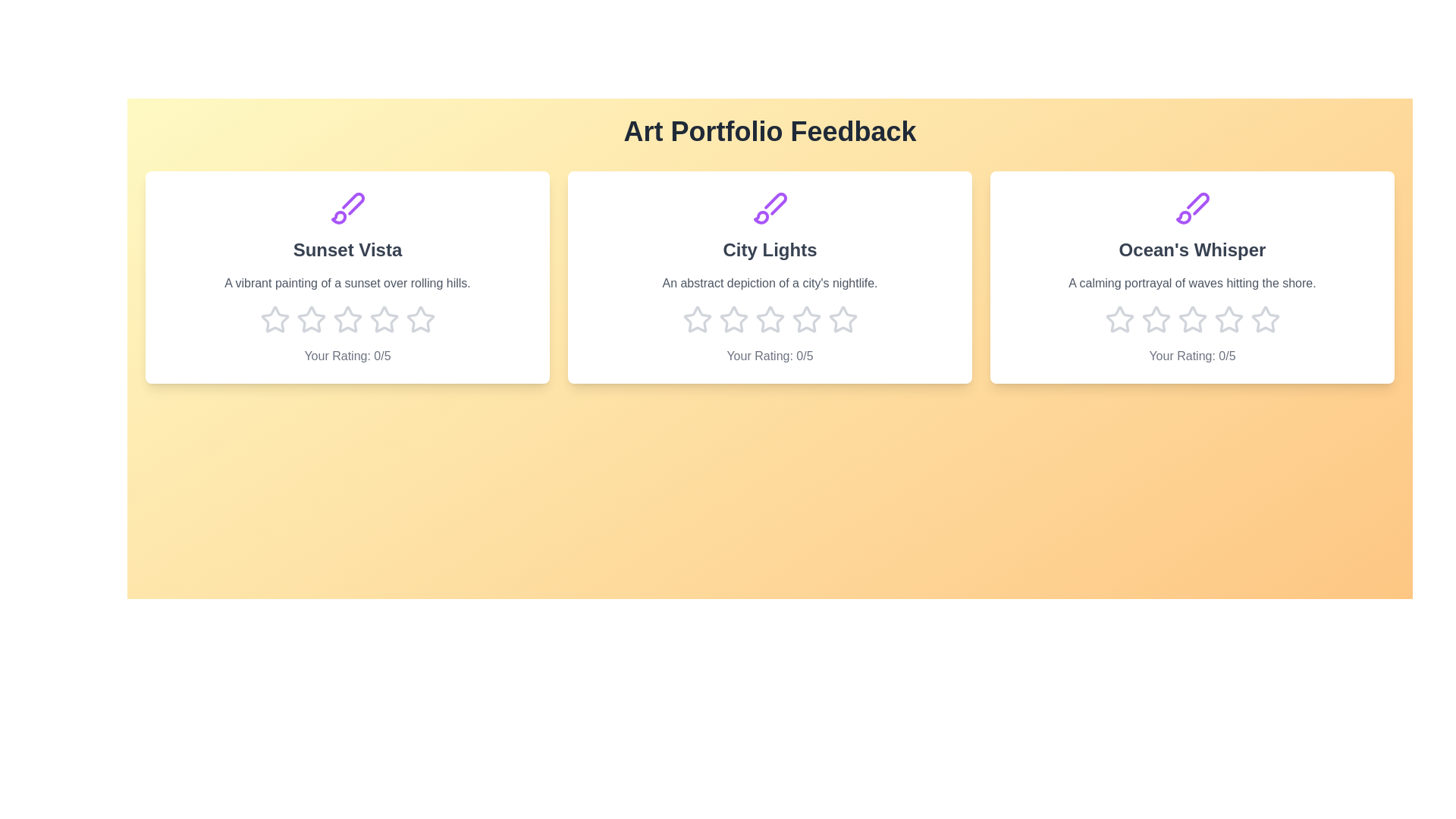 This screenshot has width=1456, height=819. Describe the element at coordinates (420, 318) in the screenshot. I see `the star corresponding to 5 stars for the artwork titled 'Sunset Vista'` at that location.